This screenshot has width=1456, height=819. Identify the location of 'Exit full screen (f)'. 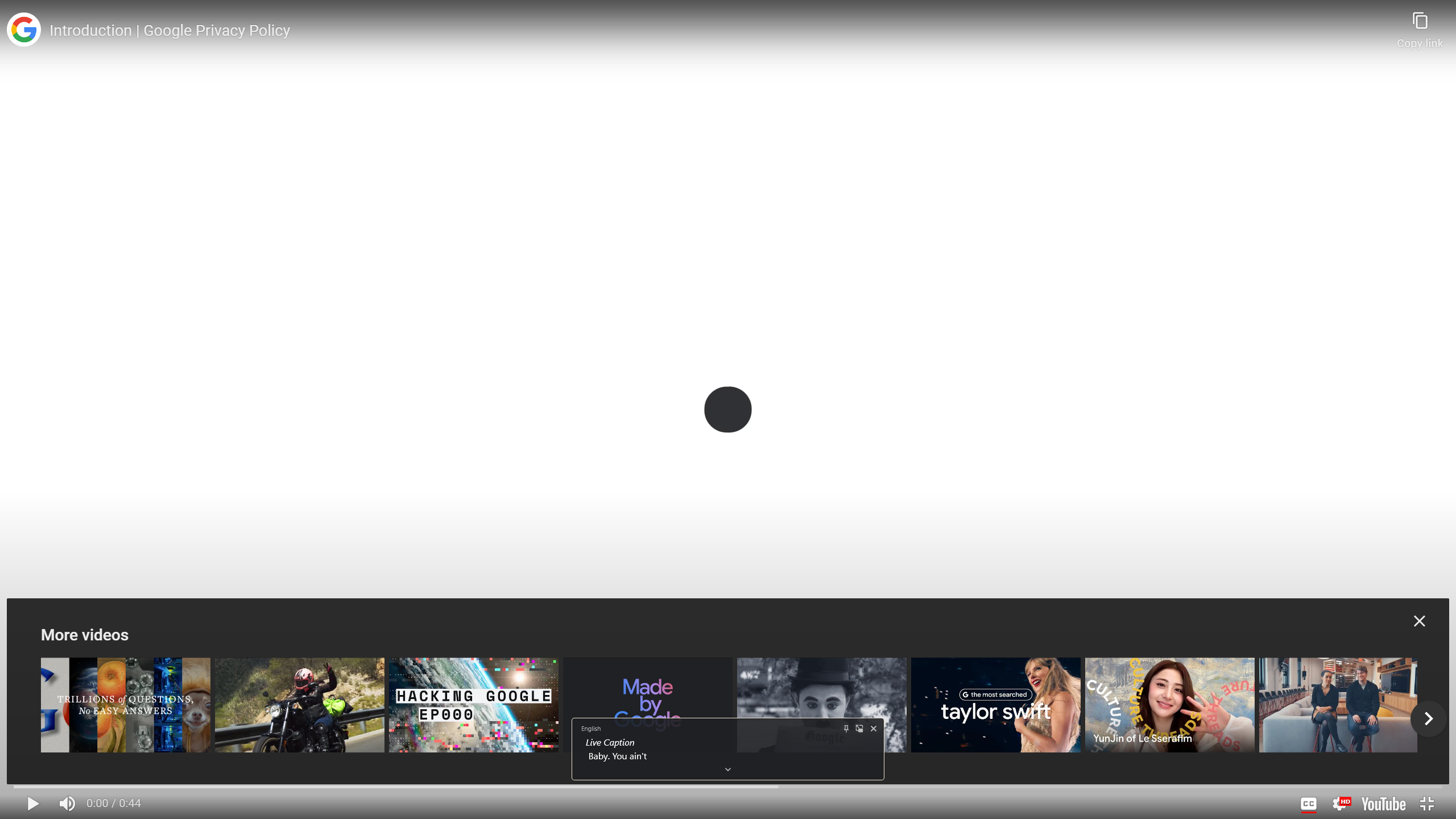
(1428, 803).